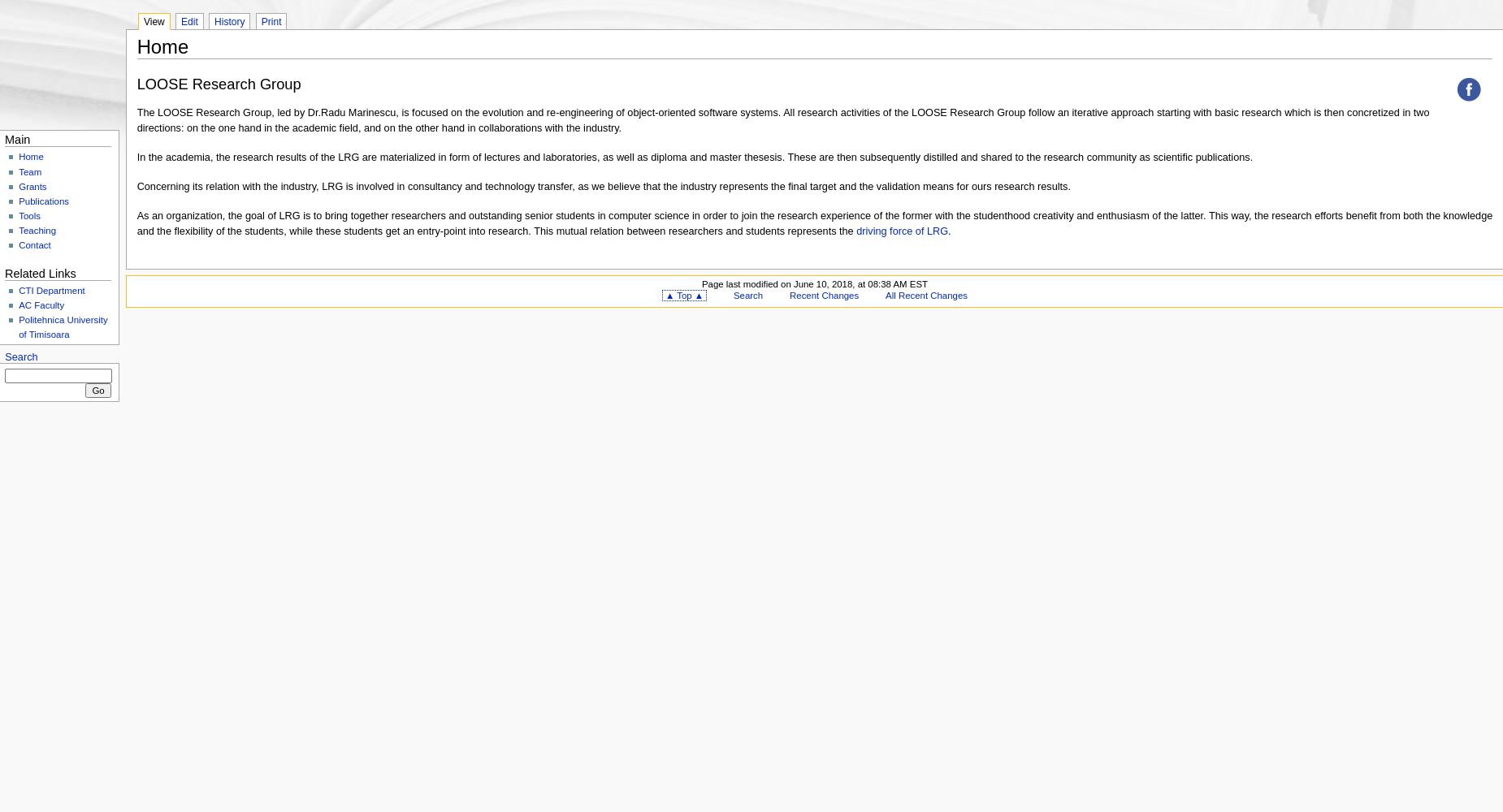 This screenshot has width=1503, height=812. What do you see at coordinates (17, 171) in the screenshot?
I see `'Team'` at bounding box center [17, 171].